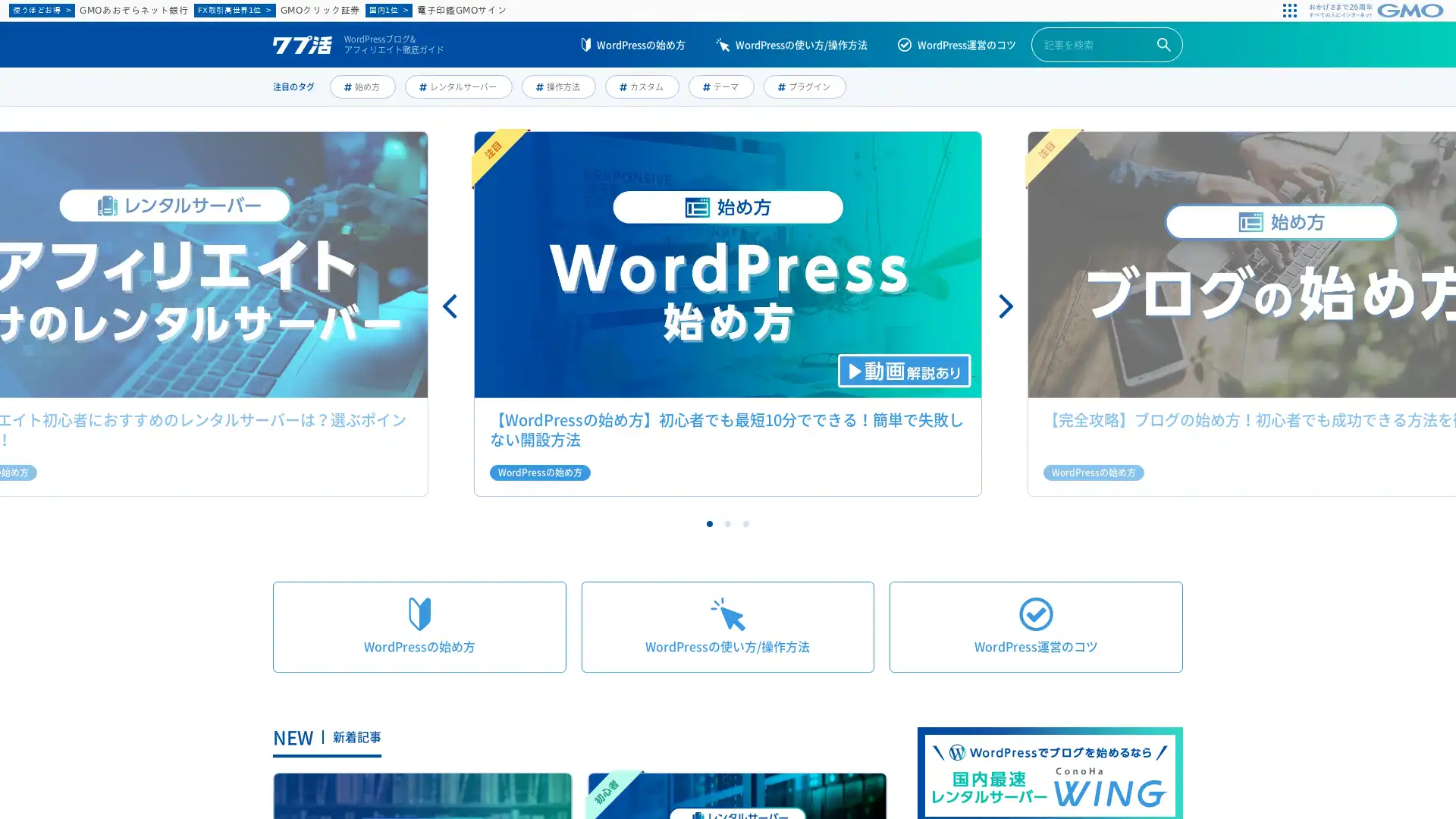  What do you see at coordinates (1004, 306) in the screenshot?
I see `Next` at bounding box center [1004, 306].